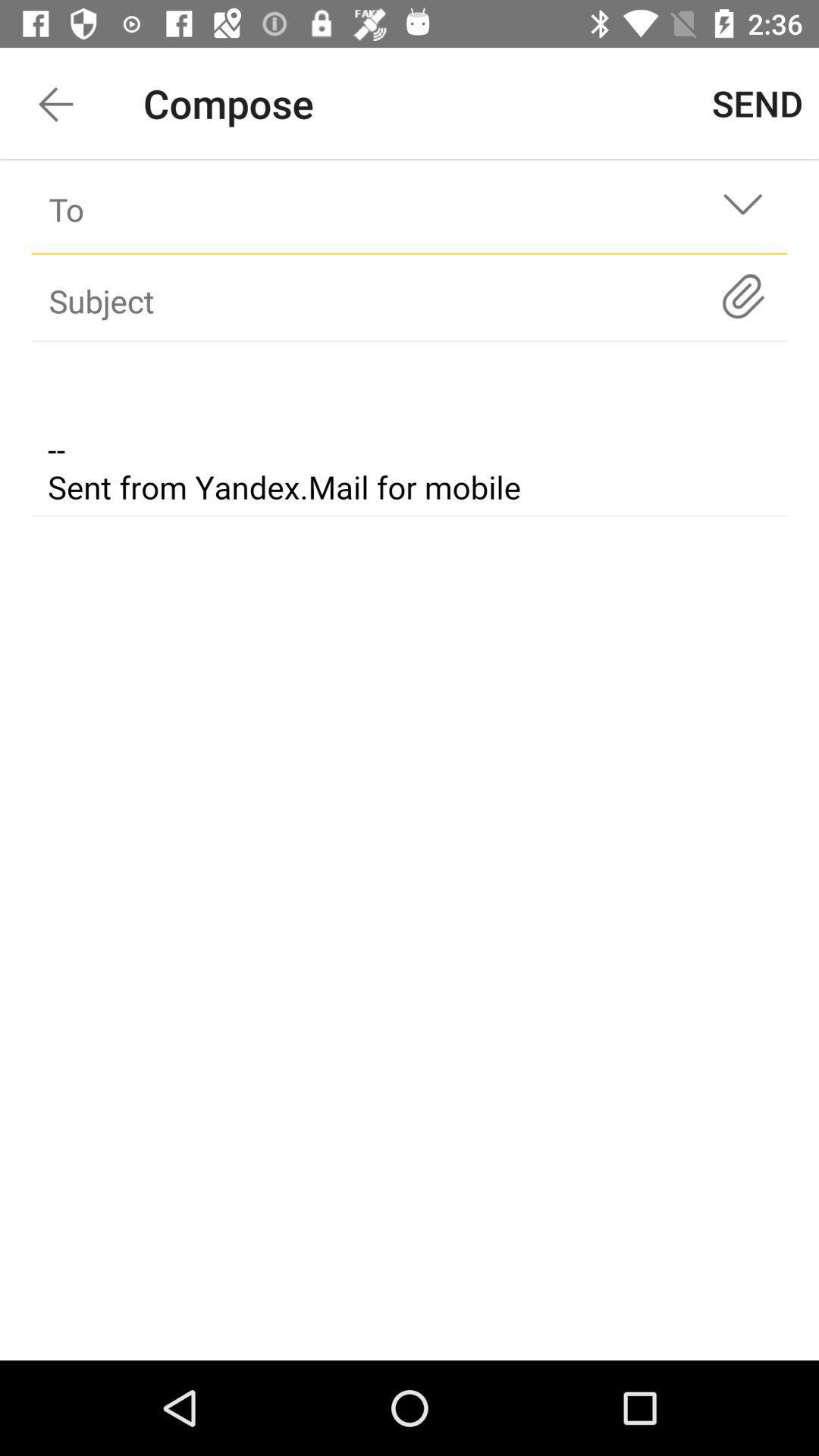  What do you see at coordinates (742, 209) in the screenshot?
I see `the expand_more icon` at bounding box center [742, 209].